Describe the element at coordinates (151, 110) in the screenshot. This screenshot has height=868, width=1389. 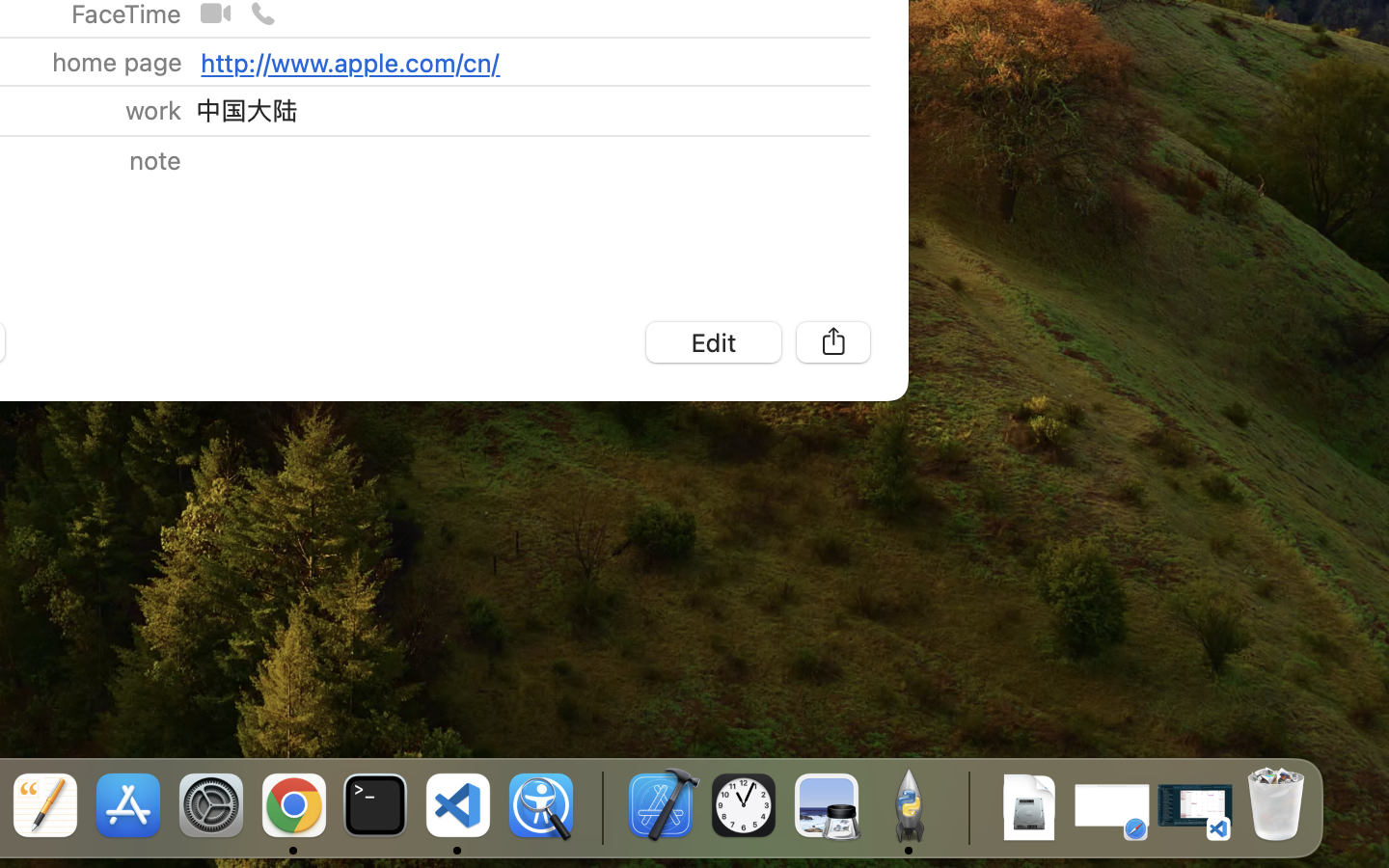
I see `'work'` at that location.